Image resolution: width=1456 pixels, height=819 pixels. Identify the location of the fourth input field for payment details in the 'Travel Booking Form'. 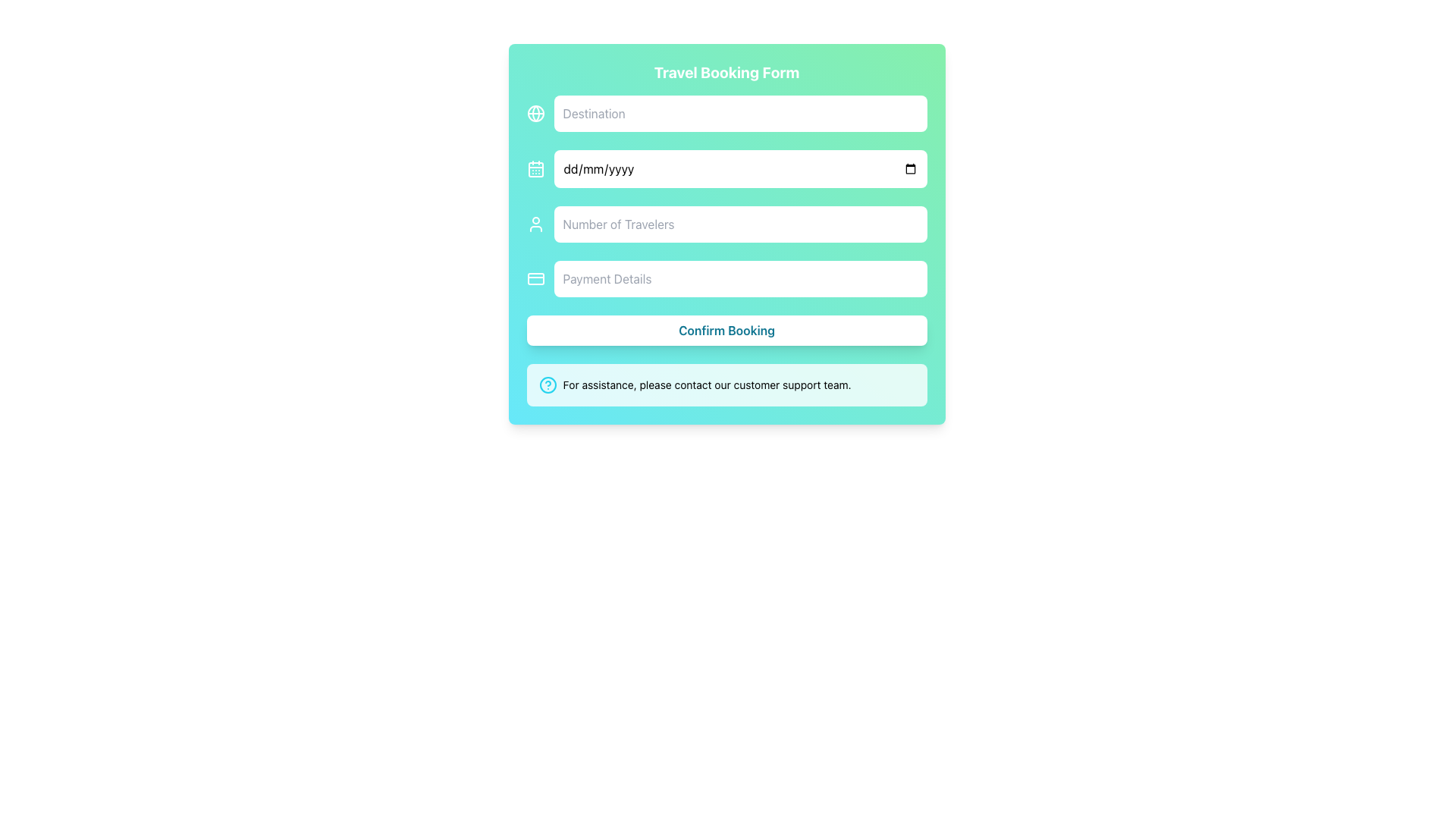
(740, 278).